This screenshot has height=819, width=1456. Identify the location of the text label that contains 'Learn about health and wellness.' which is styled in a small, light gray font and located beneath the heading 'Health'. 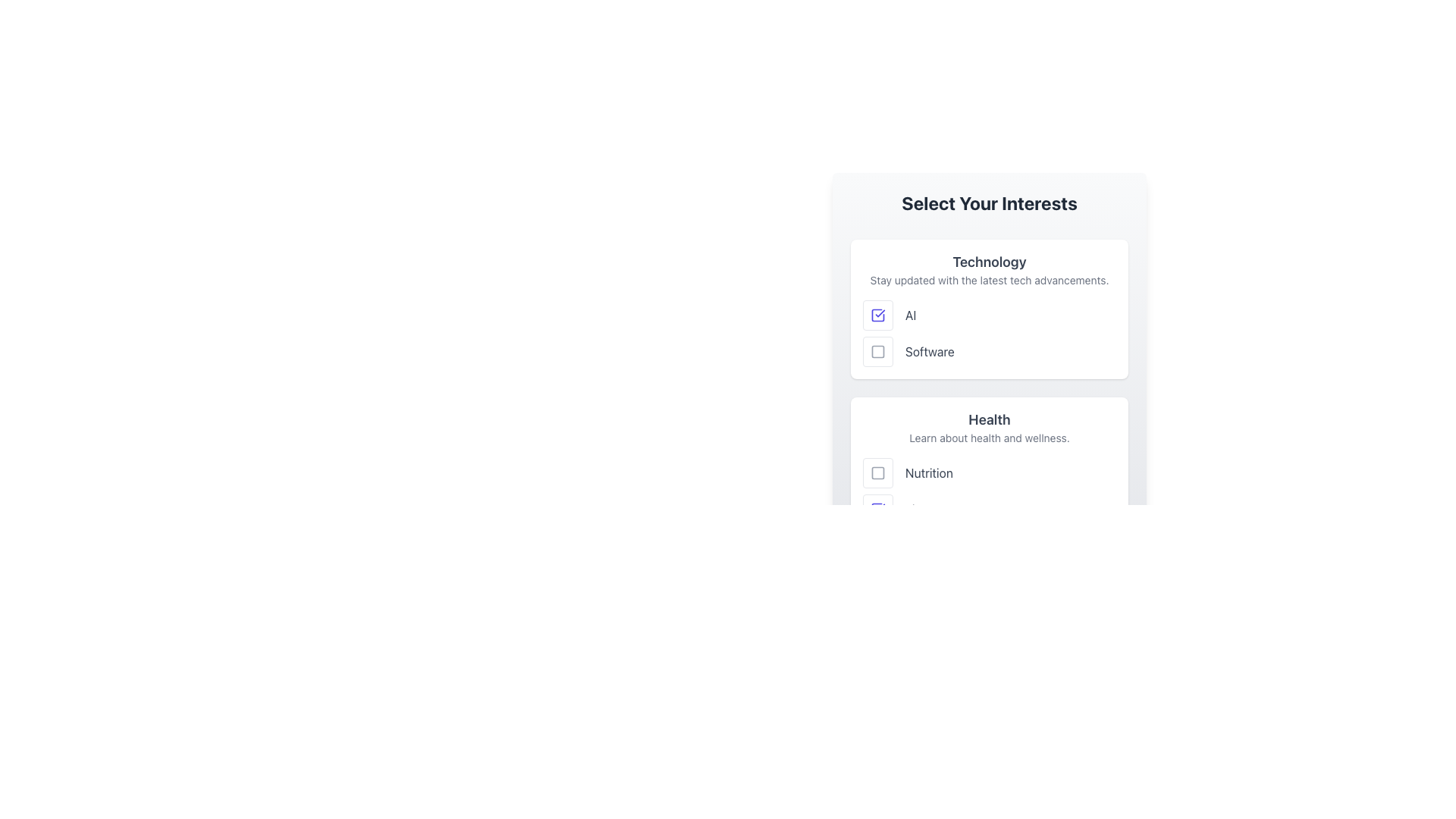
(990, 438).